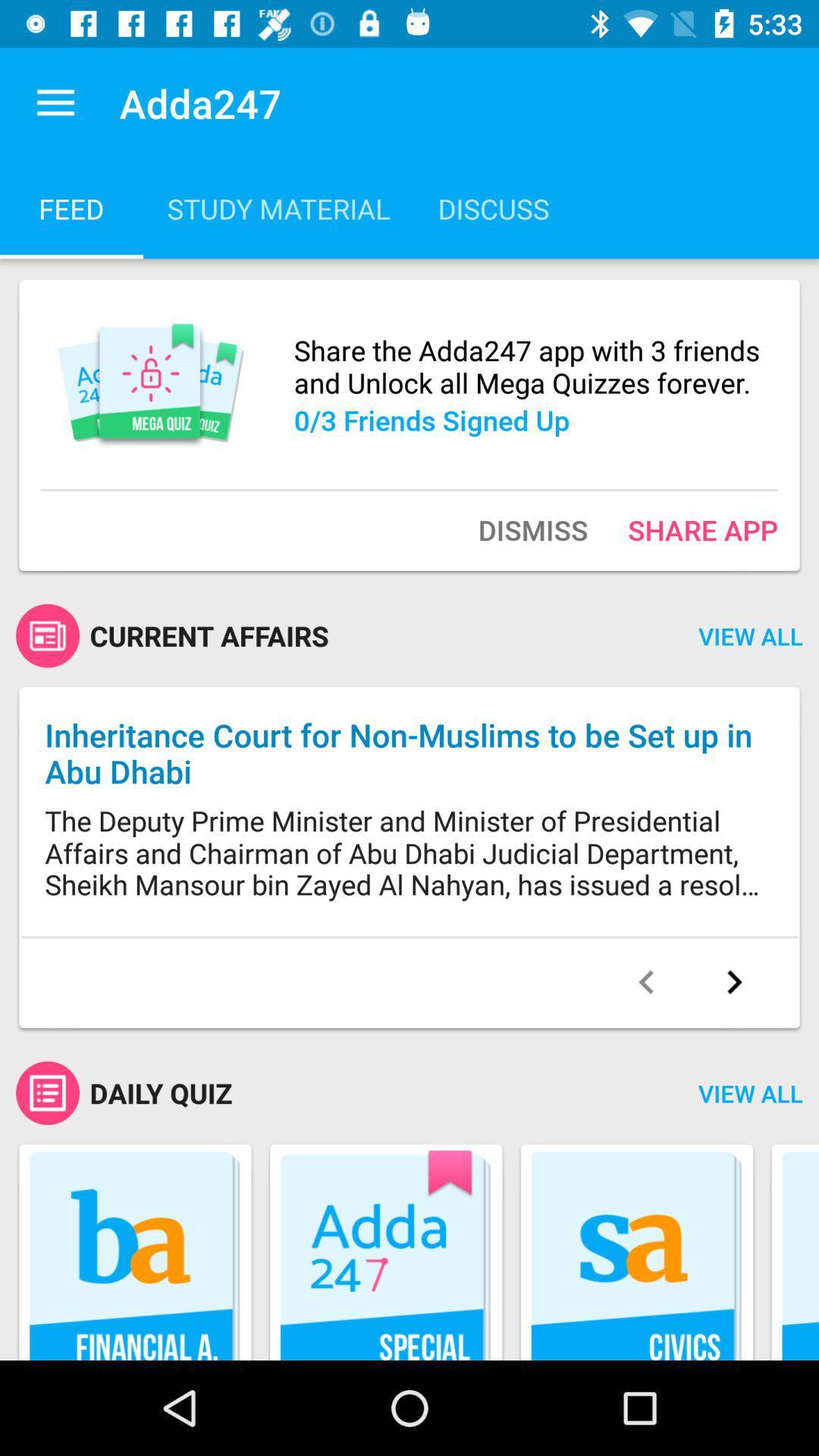 The image size is (819, 1456). I want to click on back page, so click(646, 982).